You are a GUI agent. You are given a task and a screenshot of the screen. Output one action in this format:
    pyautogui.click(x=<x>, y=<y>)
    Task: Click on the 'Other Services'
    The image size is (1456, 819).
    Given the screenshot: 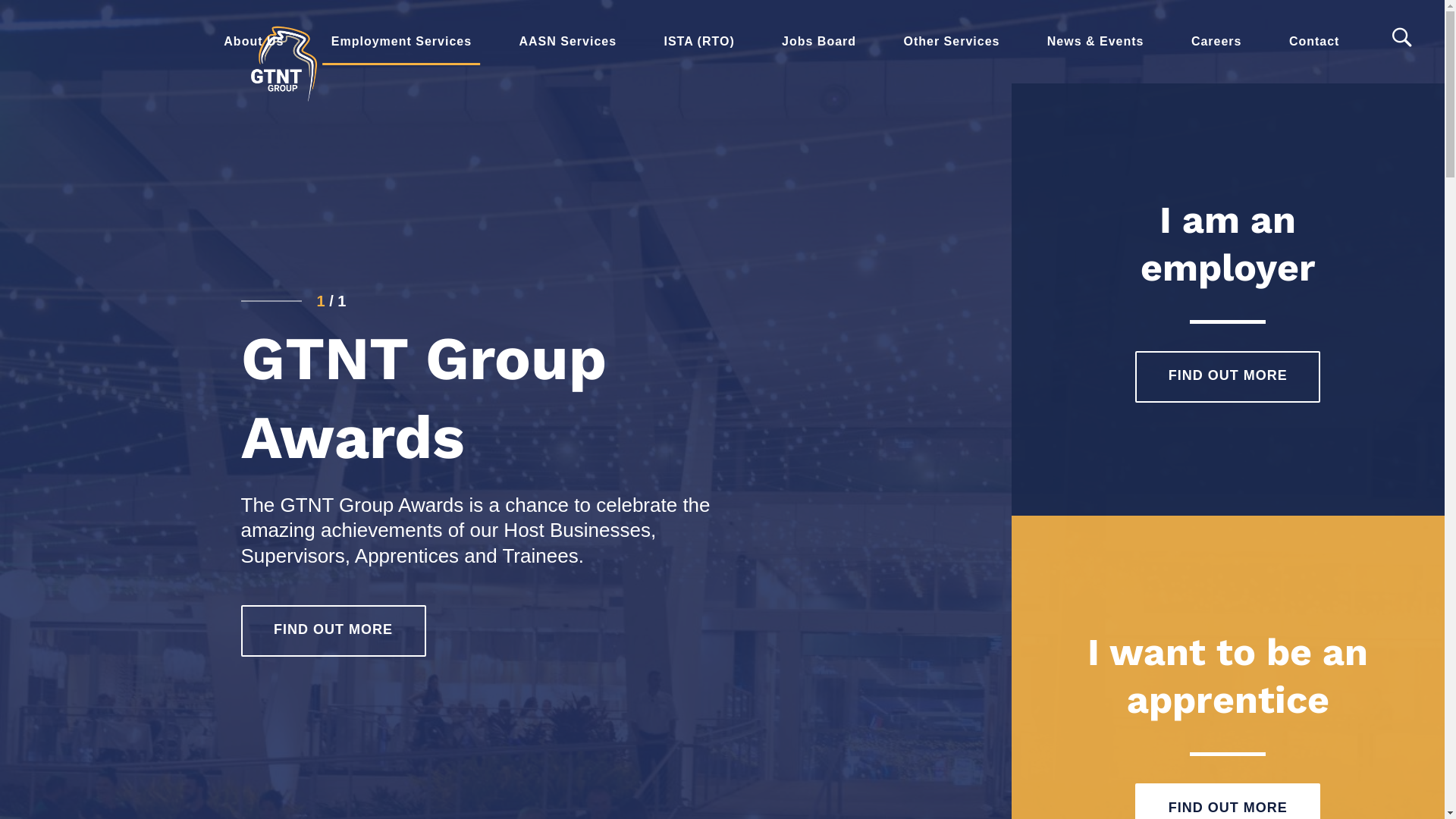 What is the action you would take?
    pyautogui.click(x=950, y=40)
    